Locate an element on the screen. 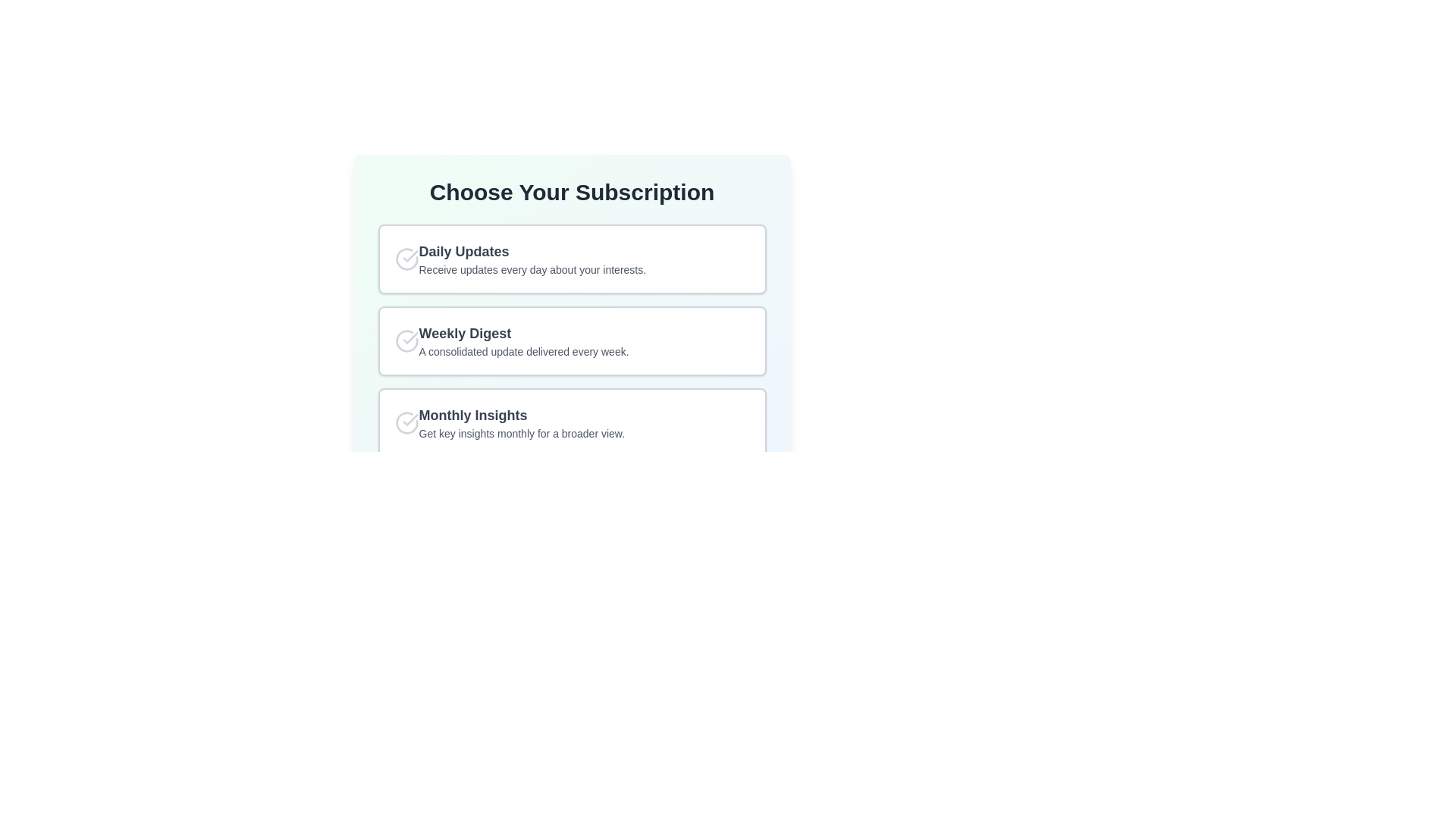 Image resolution: width=1456 pixels, height=819 pixels. text details of the third selectable option for monthly insights located below the 'Weekly Digest' section is located at coordinates (522, 423).